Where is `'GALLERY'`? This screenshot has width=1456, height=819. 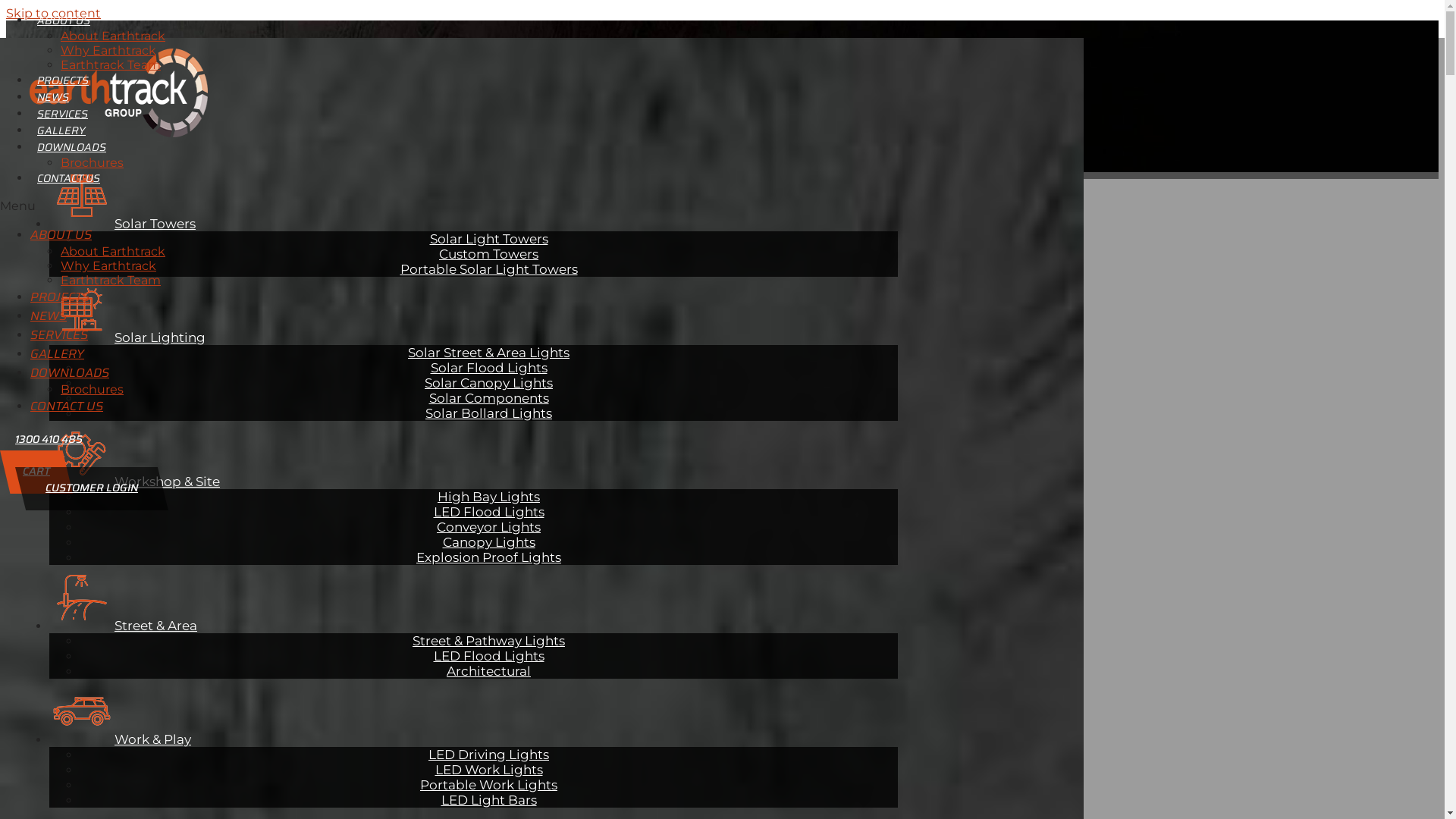
'GALLERY' is located at coordinates (61, 130).